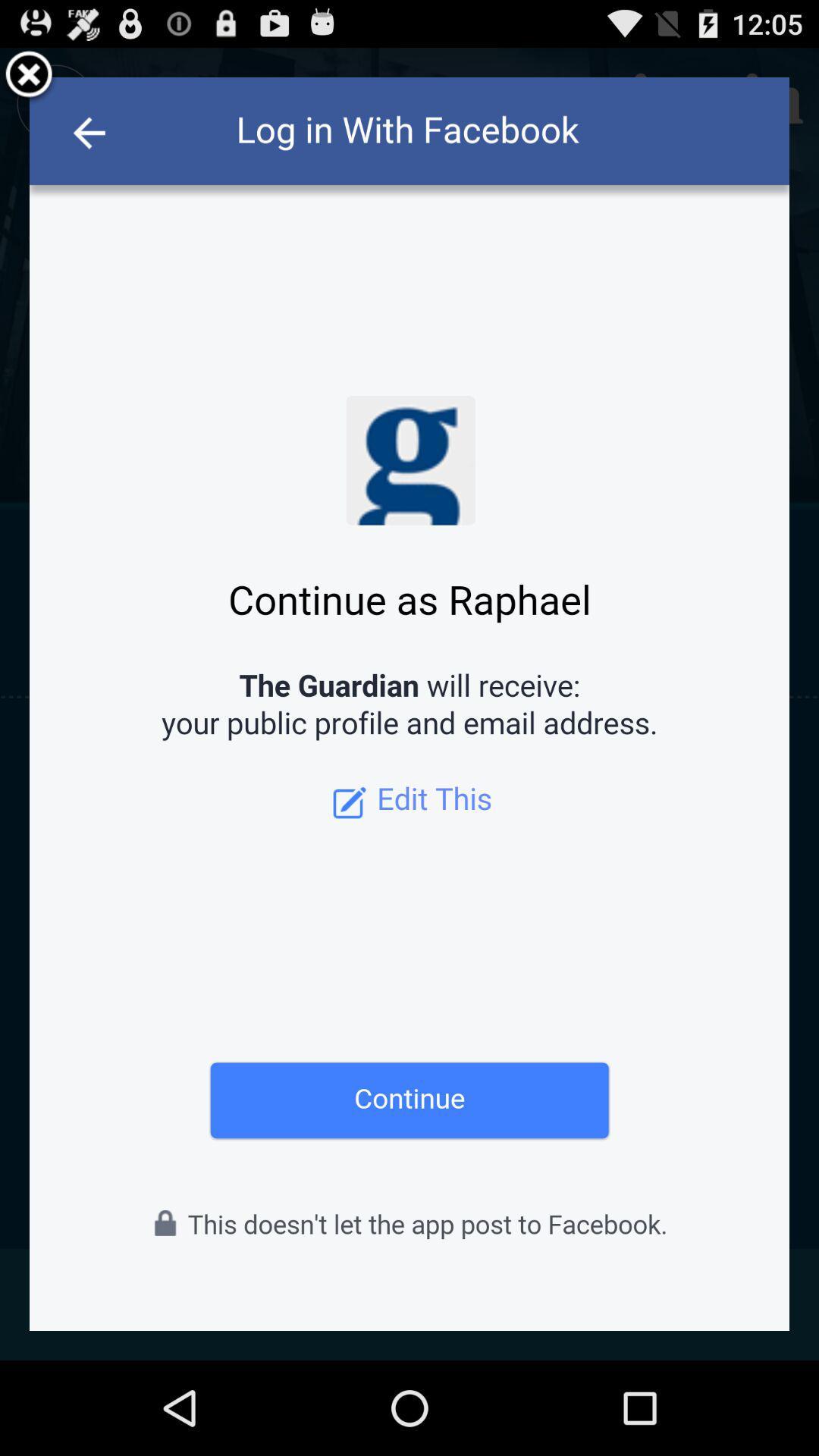 The height and width of the screenshot is (1456, 819). What do you see at coordinates (29, 76) in the screenshot?
I see `the facebook login page` at bounding box center [29, 76].